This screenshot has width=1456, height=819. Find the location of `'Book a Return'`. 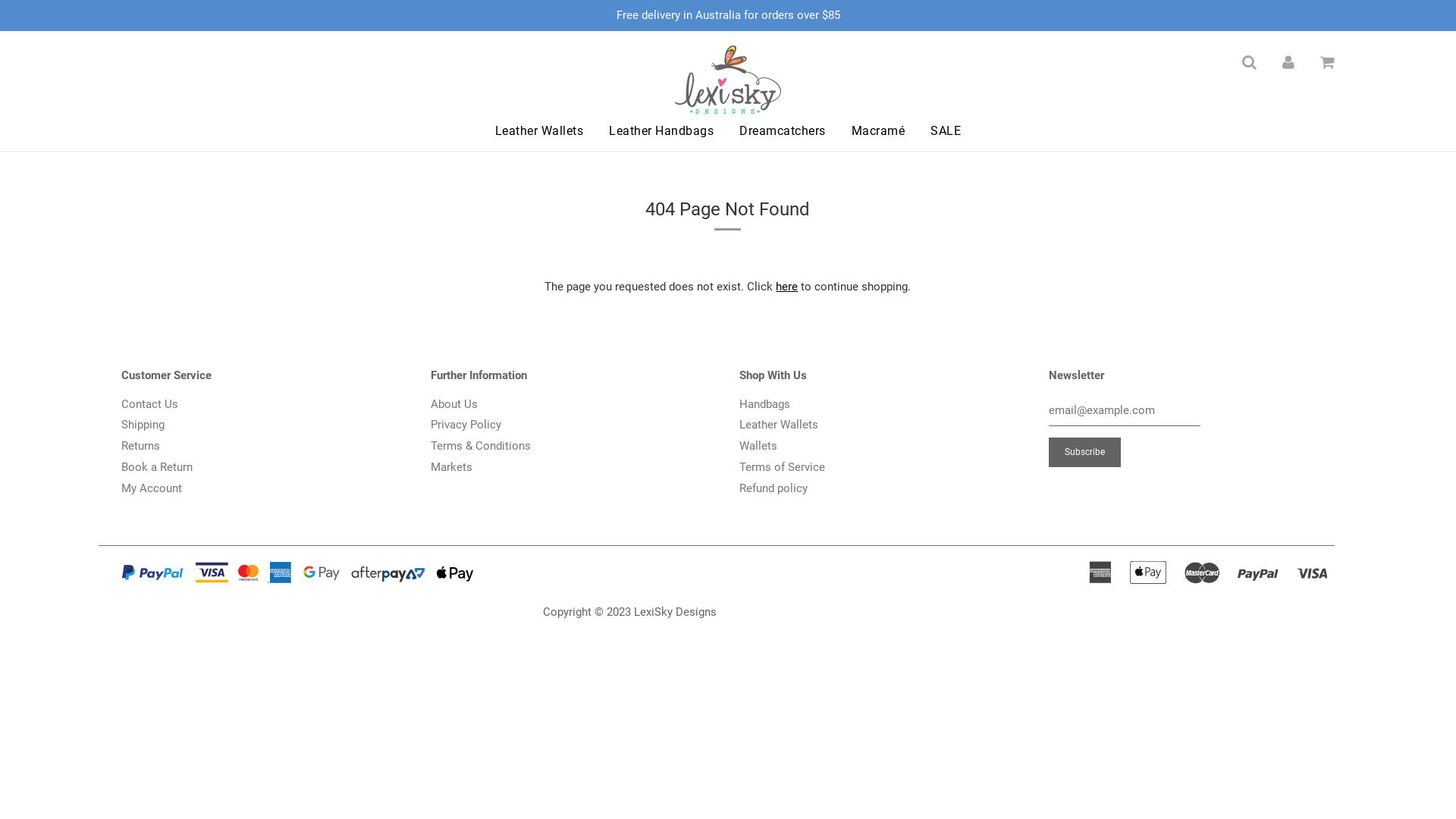

'Book a Return' is located at coordinates (156, 466).